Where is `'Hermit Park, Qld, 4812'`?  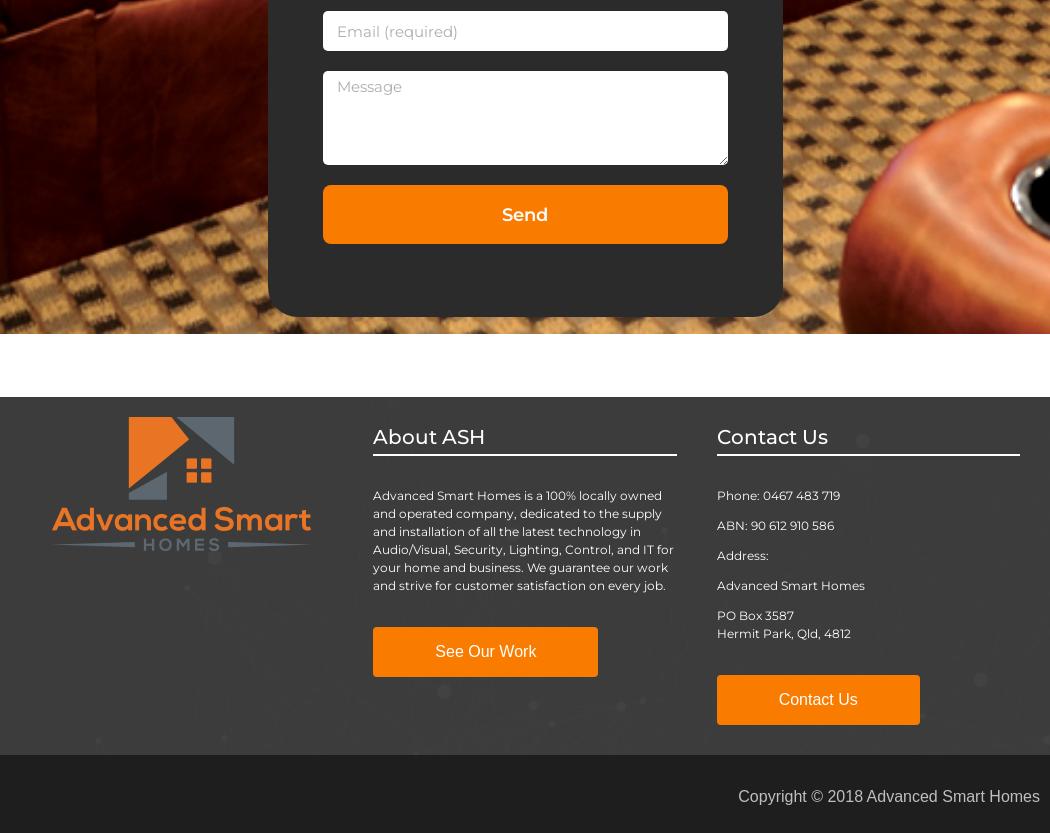 'Hermit Park, Qld, 4812' is located at coordinates (782, 633).